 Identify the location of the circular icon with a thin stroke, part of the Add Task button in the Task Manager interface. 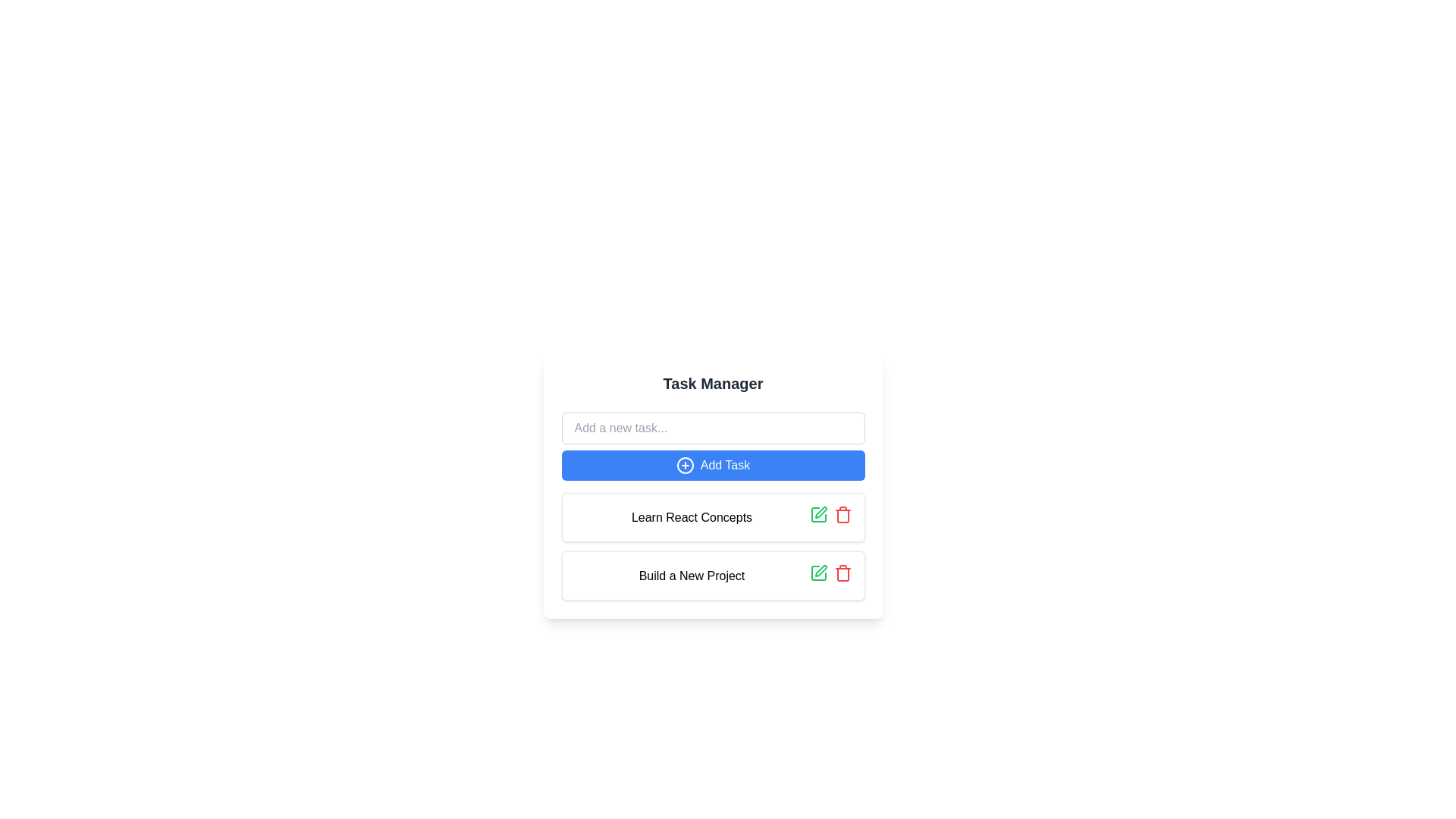
(684, 464).